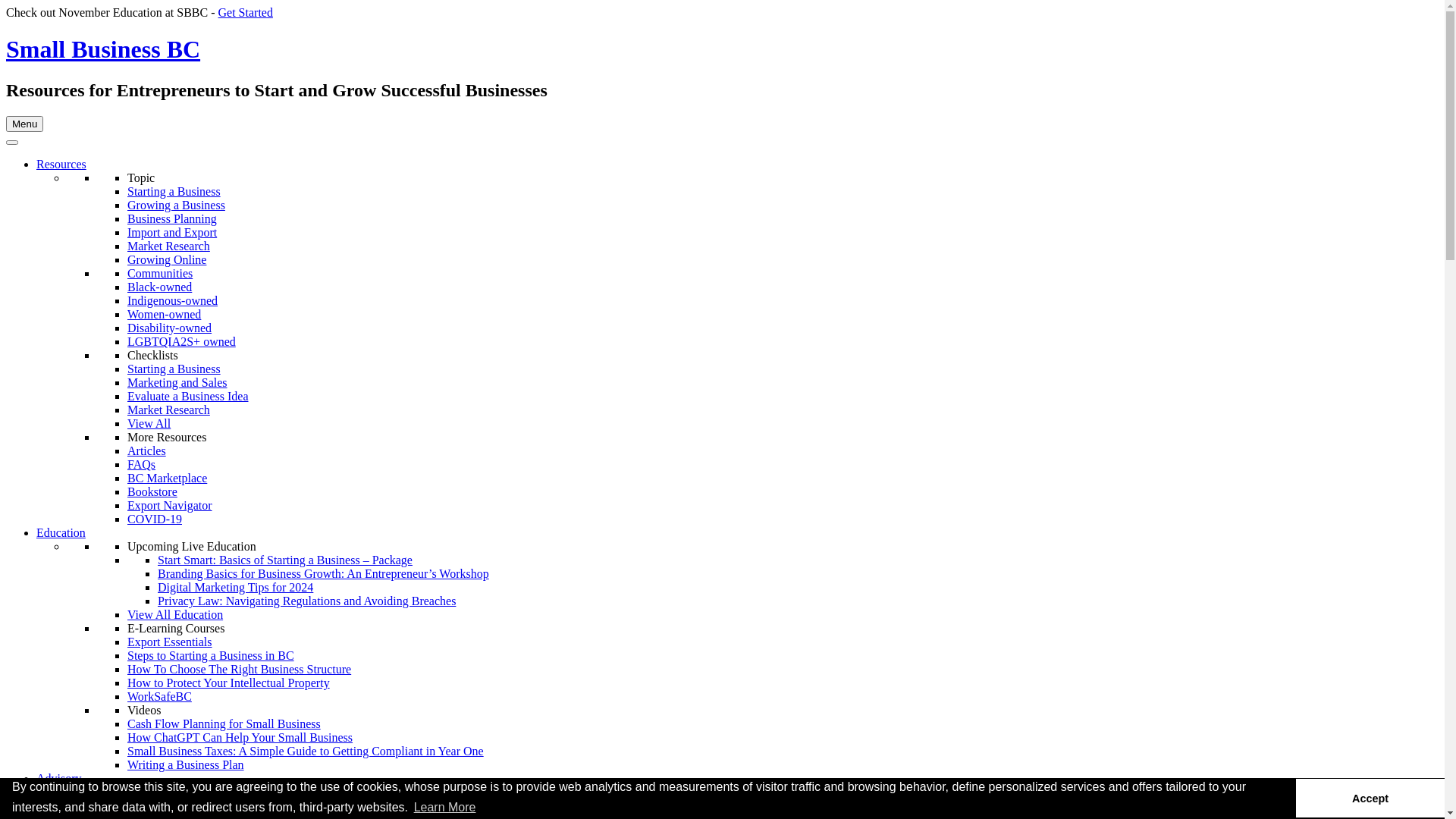 This screenshot has width=1456, height=819. What do you see at coordinates (223, 723) in the screenshot?
I see `'Cash Flow Planning for Small Business'` at bounding box center [223, 723].